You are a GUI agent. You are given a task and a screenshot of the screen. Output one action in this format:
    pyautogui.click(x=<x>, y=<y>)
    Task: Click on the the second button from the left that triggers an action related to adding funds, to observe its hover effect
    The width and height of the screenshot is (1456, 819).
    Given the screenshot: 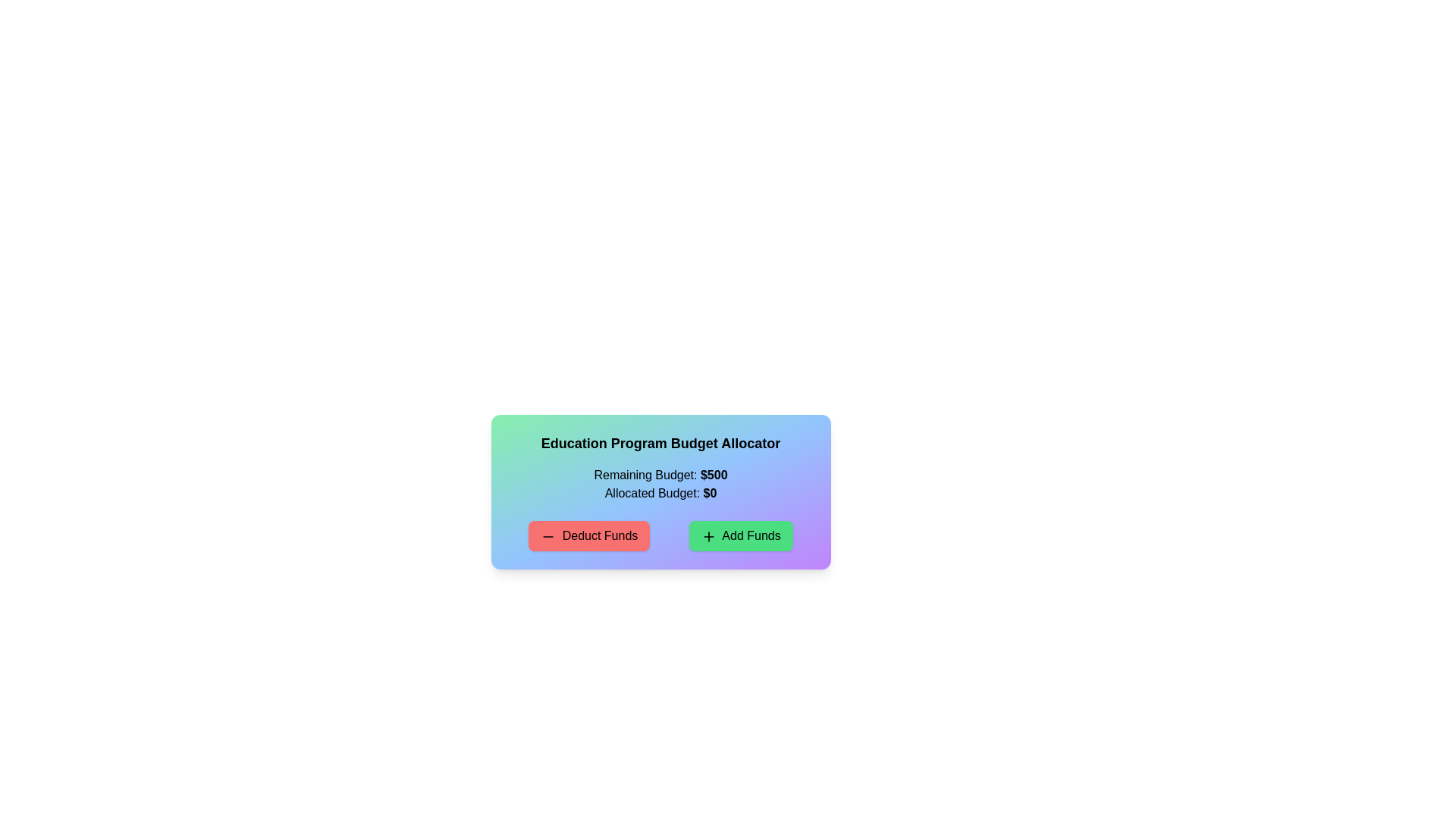 What is the action you would take?
    pyautogui.click(x=741, y=535)
    